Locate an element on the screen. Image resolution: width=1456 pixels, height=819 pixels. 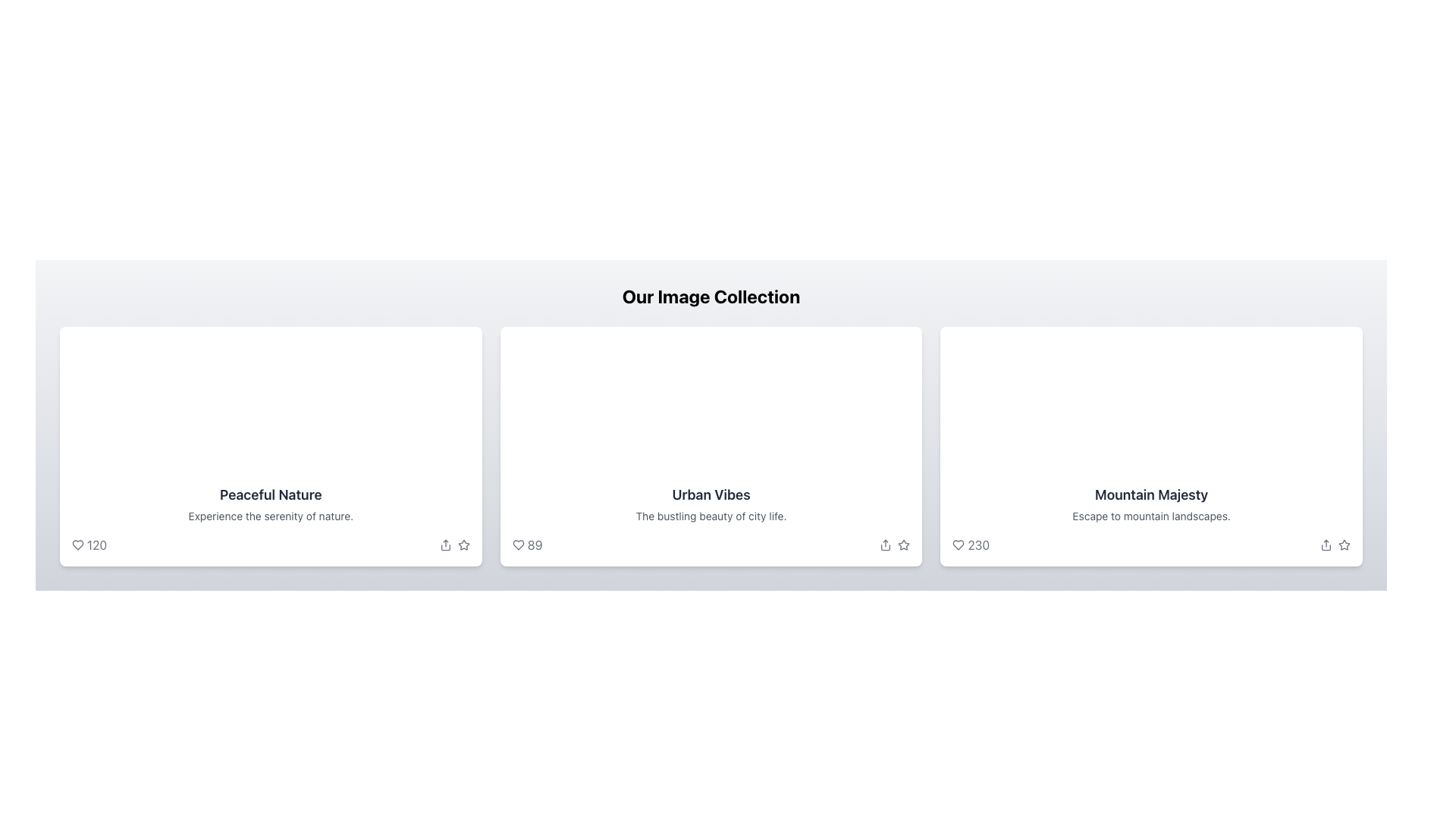
the background image area of the 'Peaceful Nature' card, which is positioned at the top of the card and spans the full width is located at coordinates (271, 399).